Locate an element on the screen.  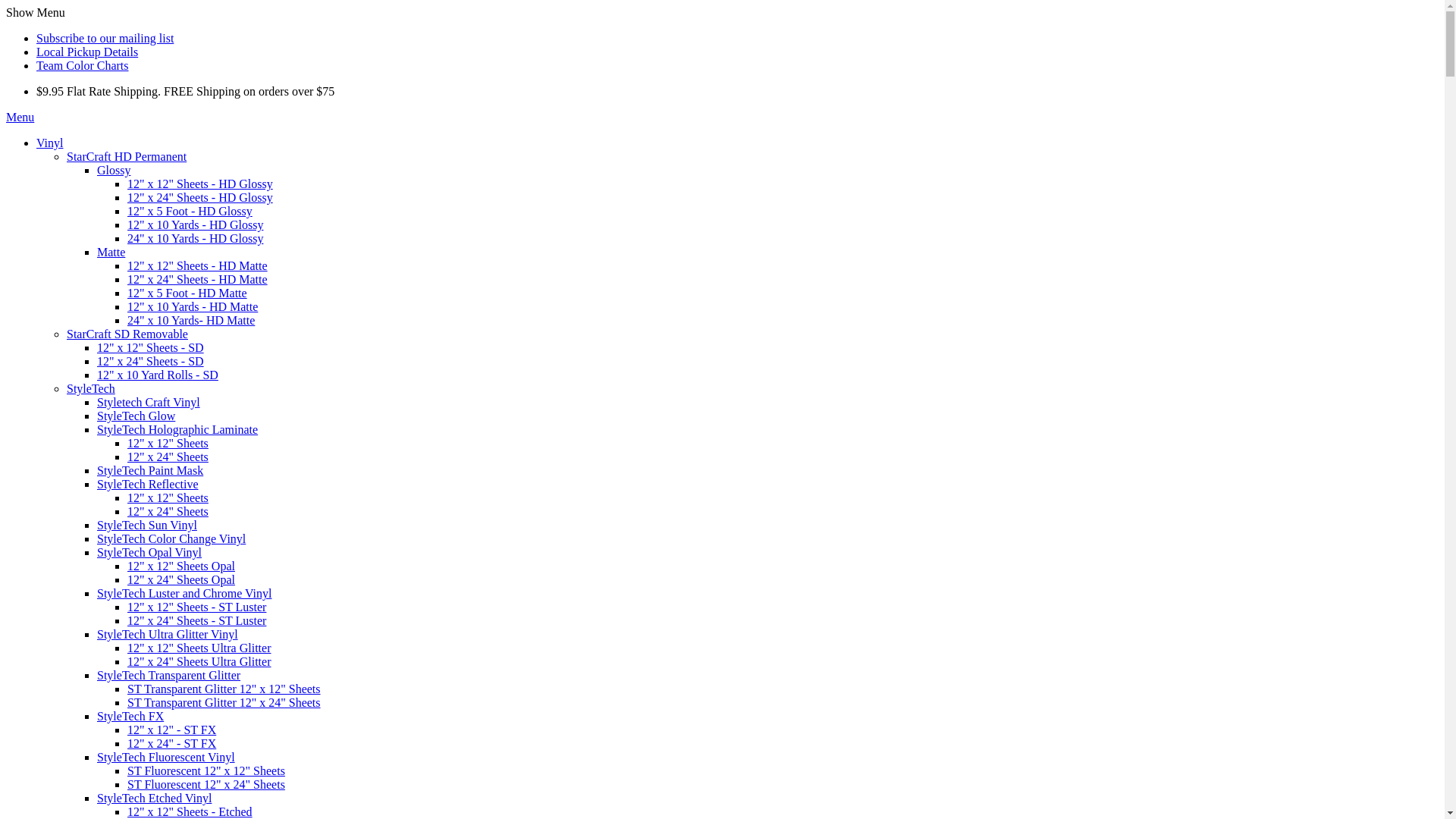
'Glossy' is located at coordinates (112, 170).